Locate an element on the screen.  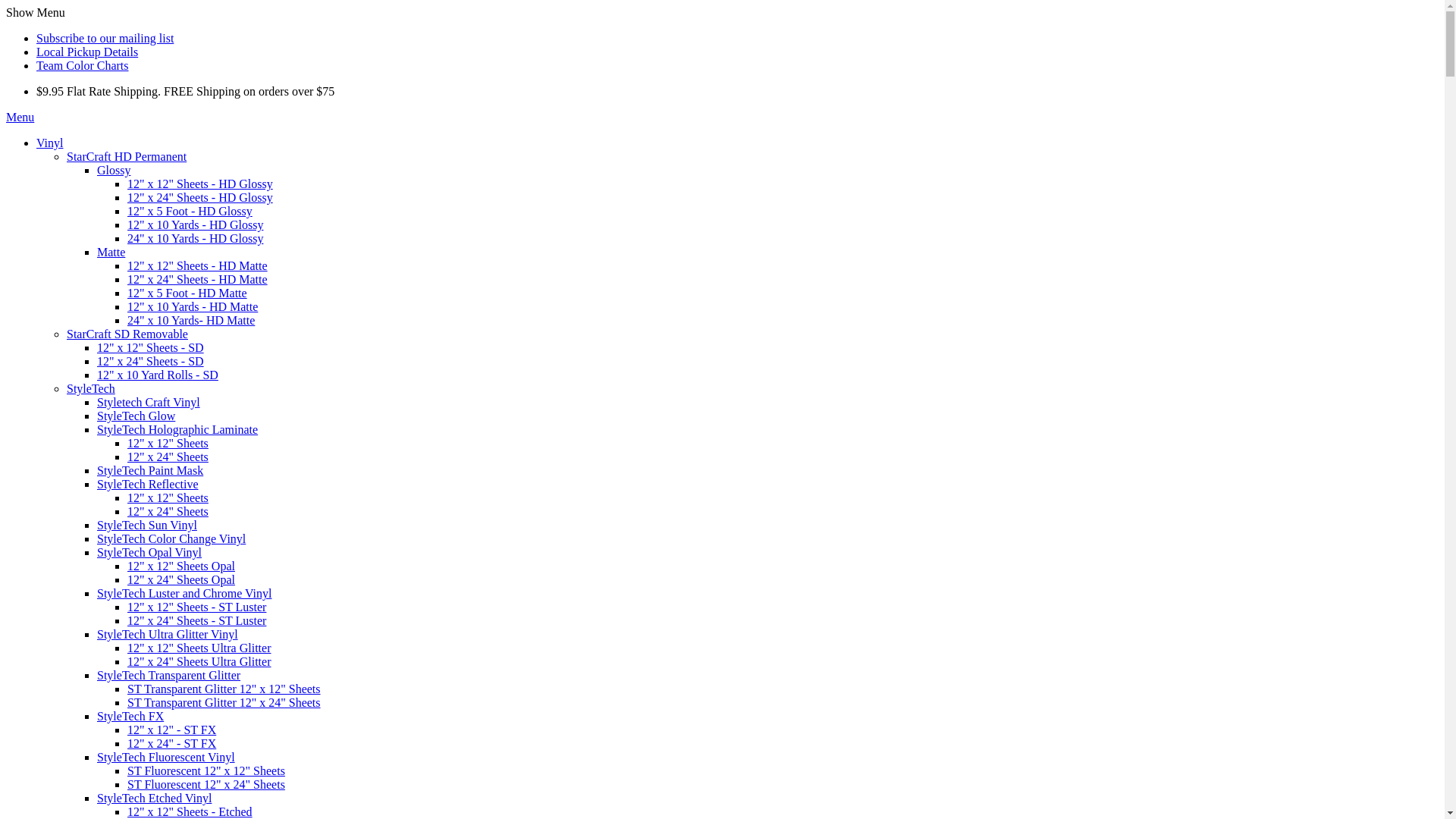
'Glossy' is located at coordinates (112, 170).